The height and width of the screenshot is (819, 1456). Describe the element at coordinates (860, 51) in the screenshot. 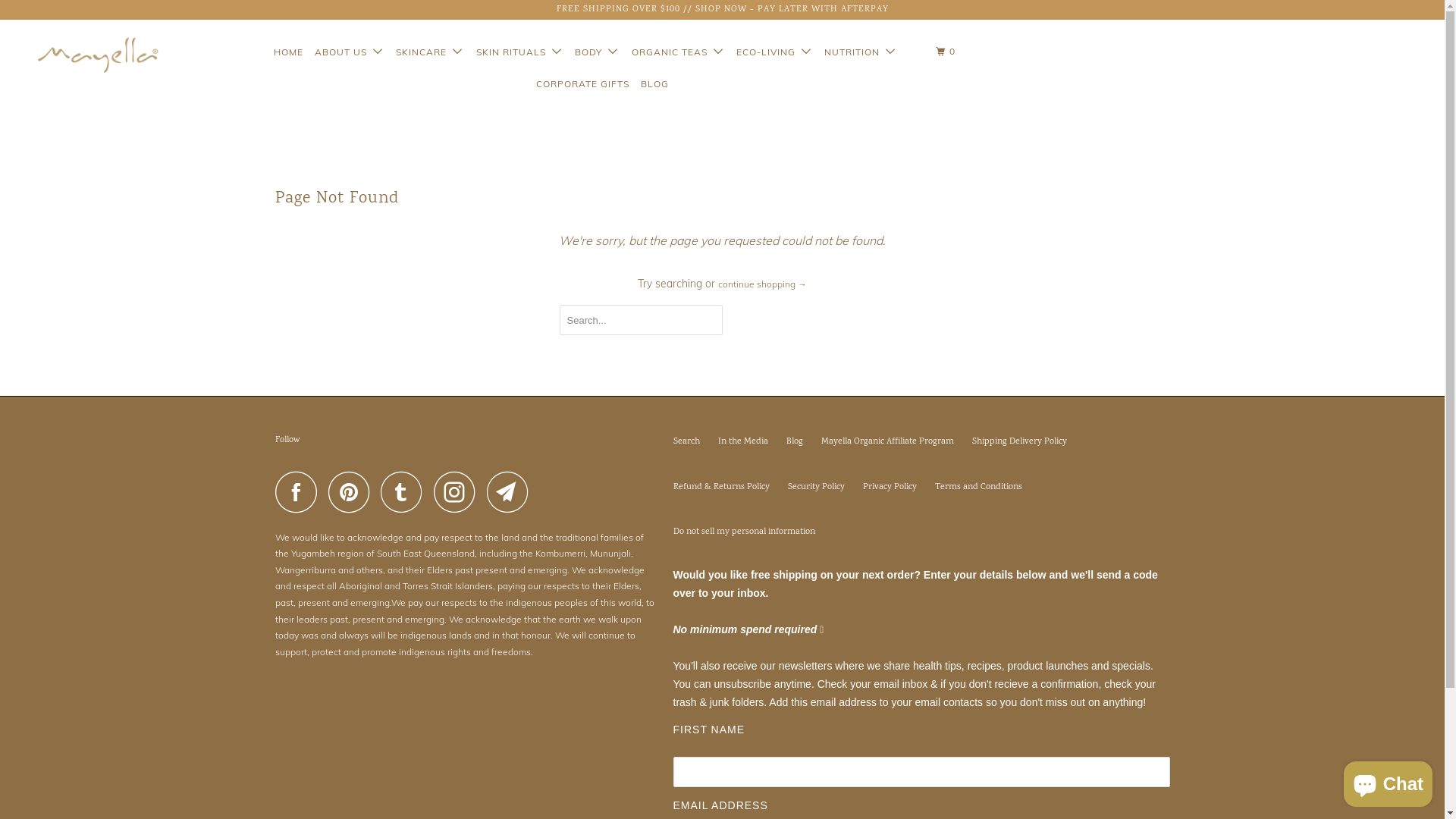

I see `'NUTRITION  '` at that location.